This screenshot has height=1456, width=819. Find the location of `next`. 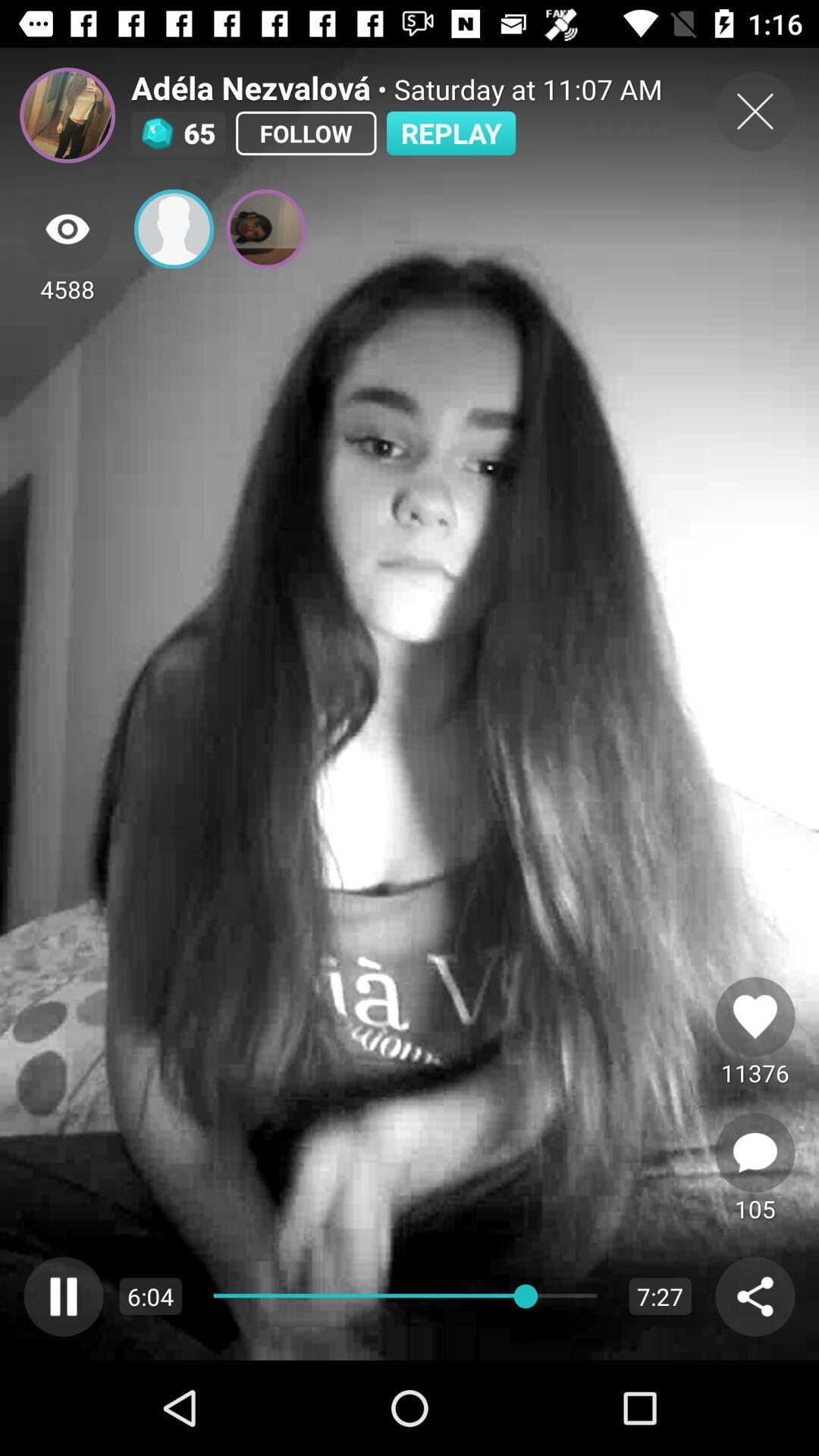

next is located at coordinates (755, 1153).